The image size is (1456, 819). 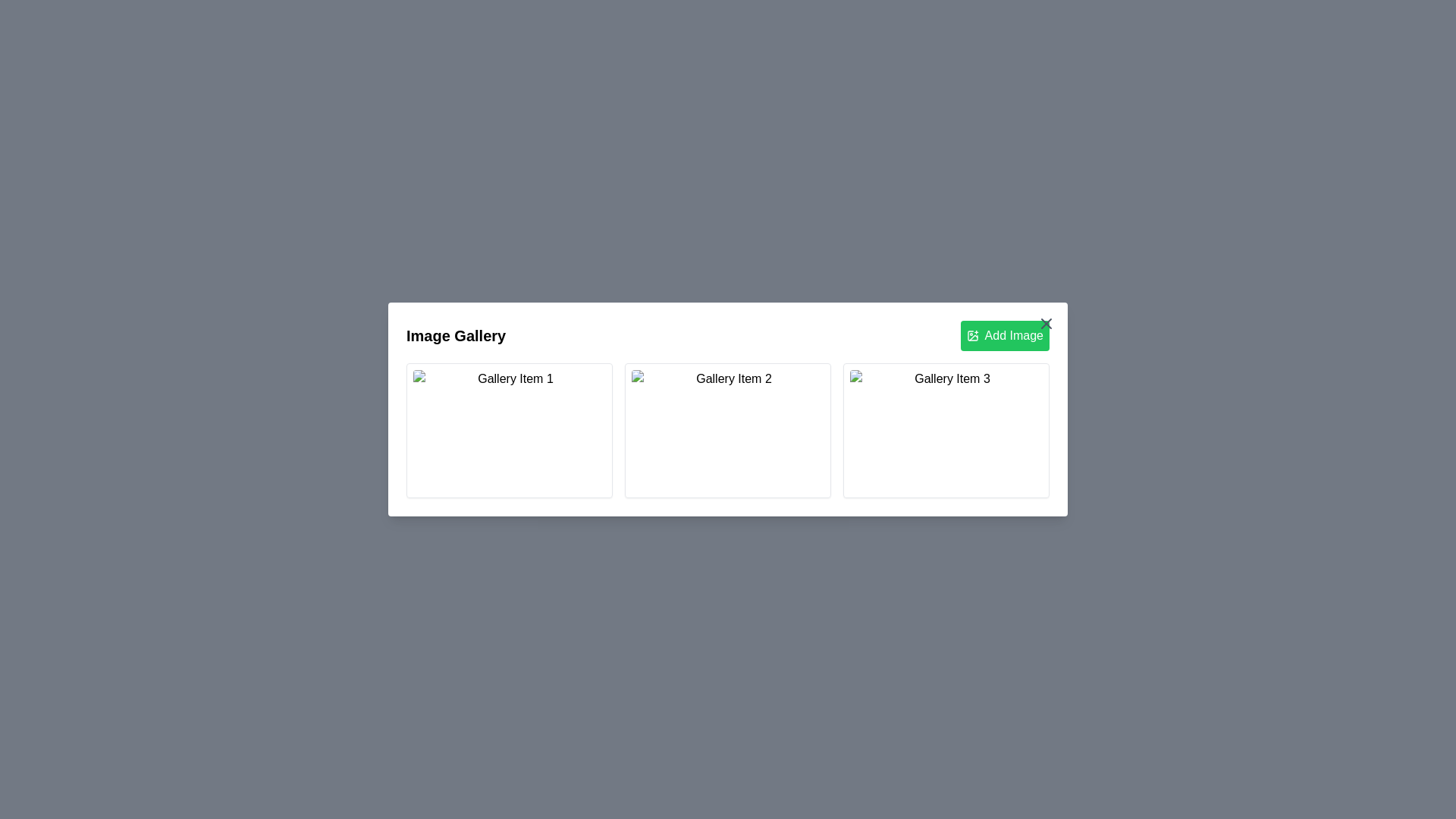 I want to click on the 'Add Image' button to initiate adding a new image to the gallery, so click(x=1004, y=335).